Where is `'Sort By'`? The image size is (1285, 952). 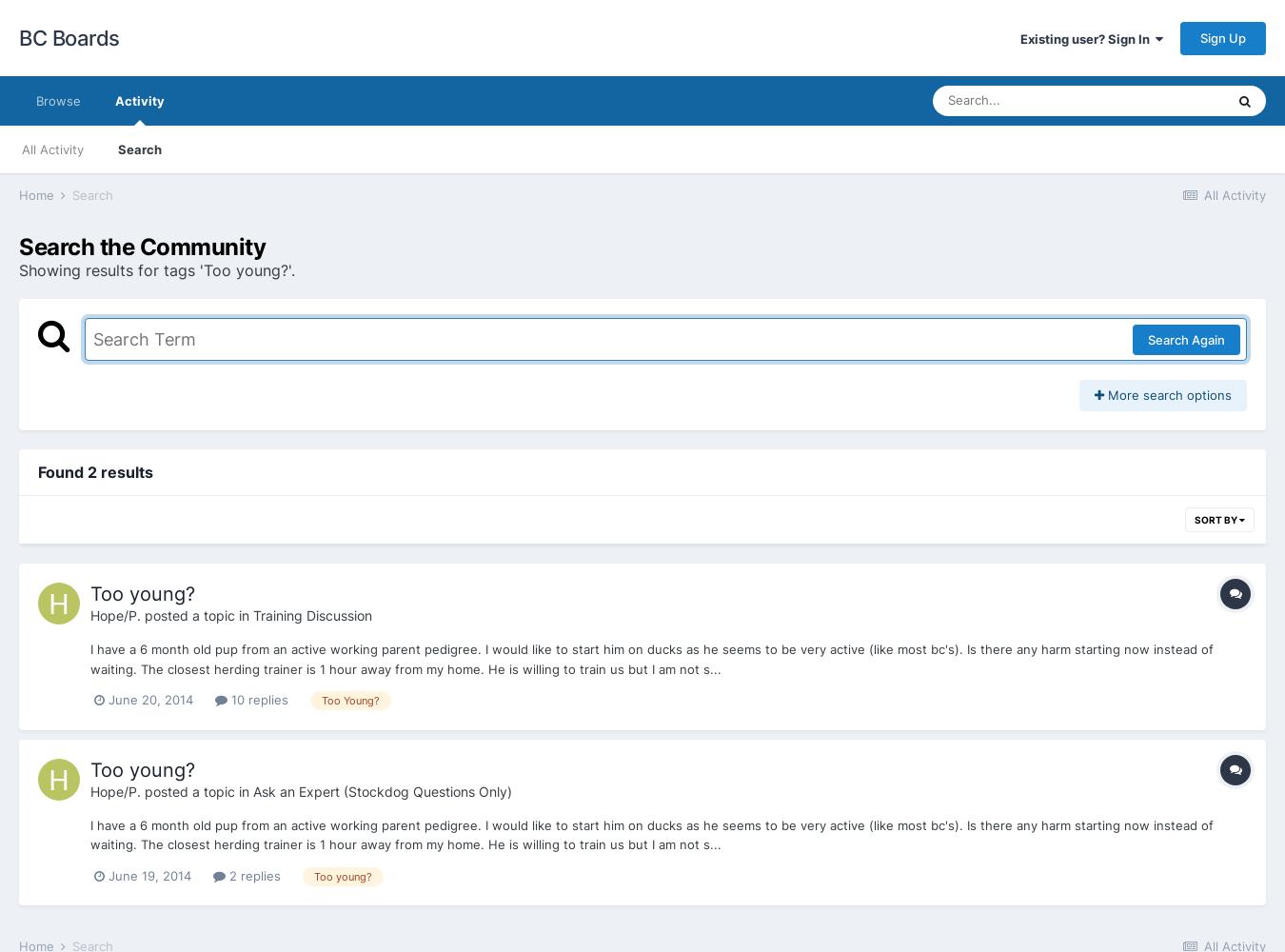
'Sort By' is located at coordinates (1216, 519).